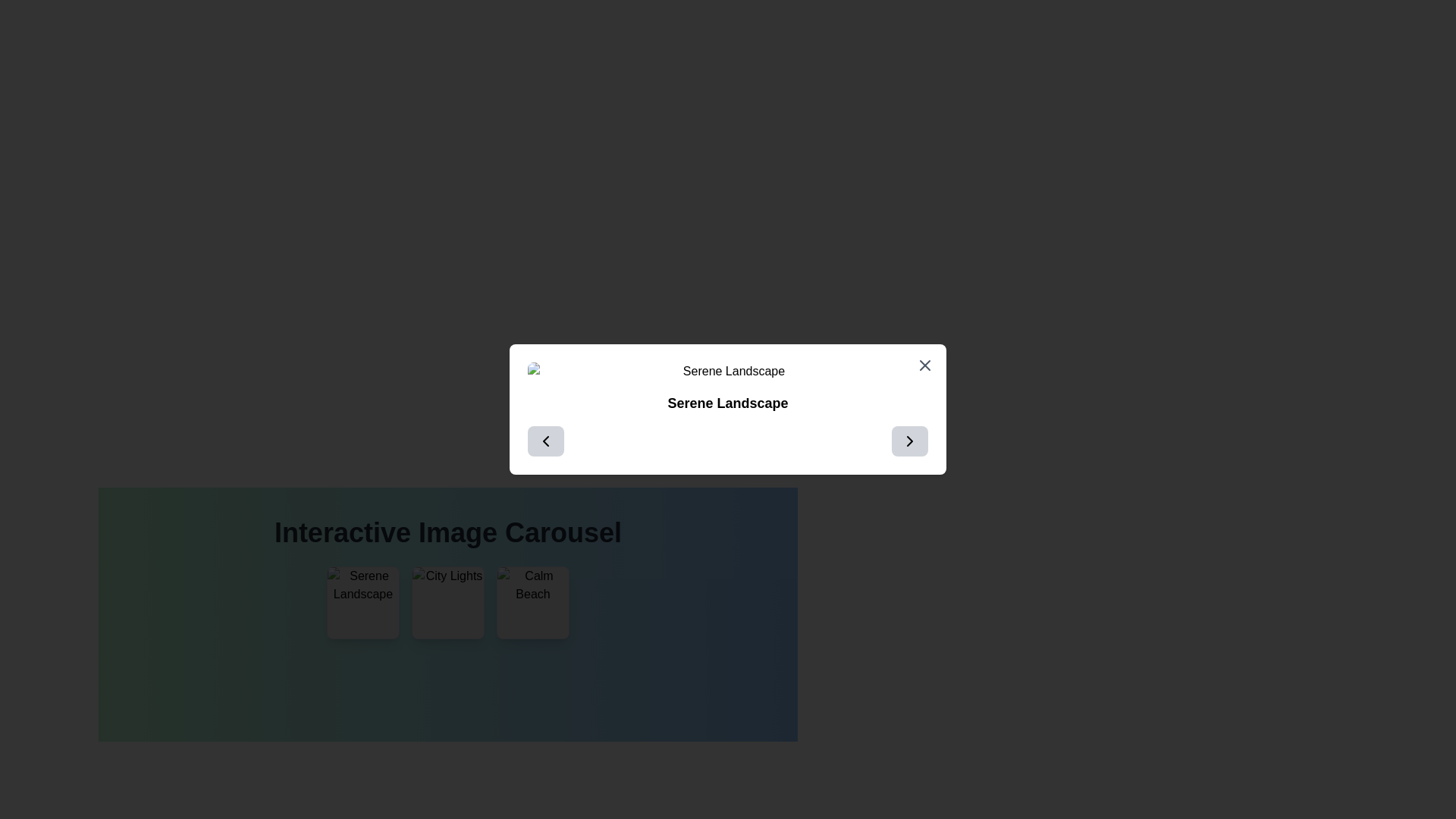  What do you see at coordinates (532, 601) in the screenshot?
I see `the interactive tile displaying the image with alt text 'Calm Beach'` at bounding box center [532, 601].